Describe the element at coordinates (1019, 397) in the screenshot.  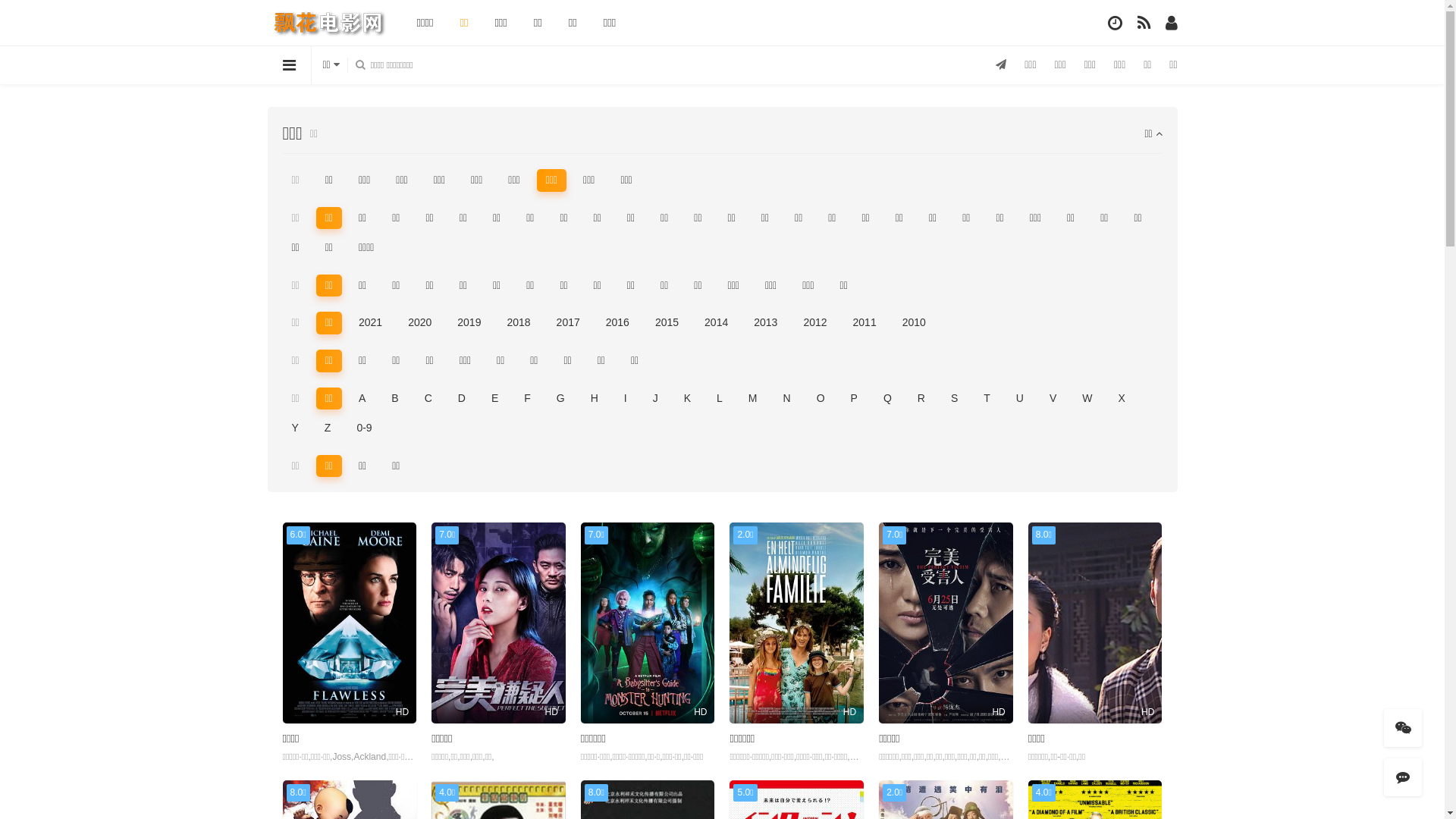
I see `'U'` at that location.